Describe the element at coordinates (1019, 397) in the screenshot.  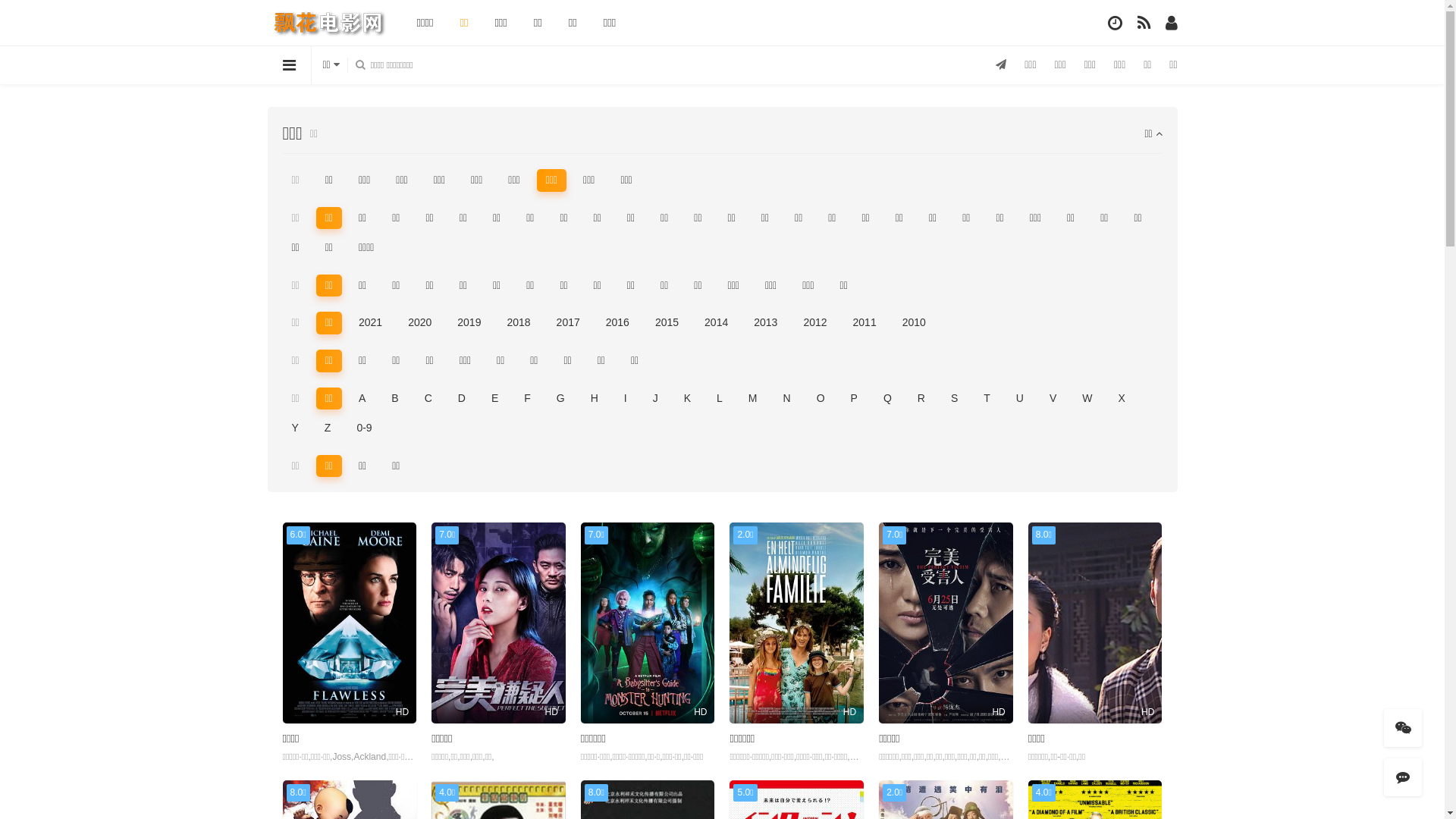
I see `'U'` at that location.